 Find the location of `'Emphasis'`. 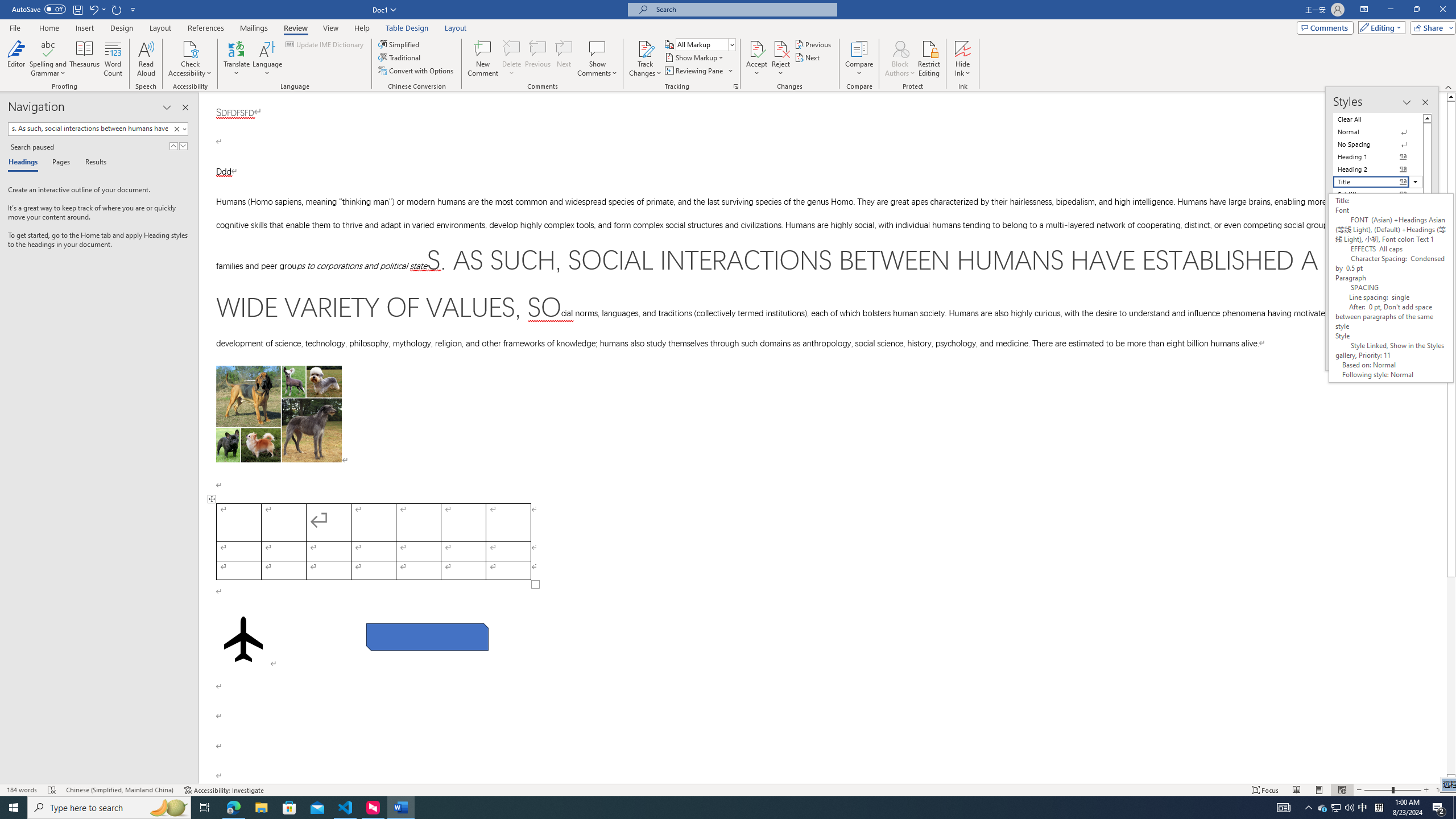

'Emphasis' is located at coordinates (1378, 218).